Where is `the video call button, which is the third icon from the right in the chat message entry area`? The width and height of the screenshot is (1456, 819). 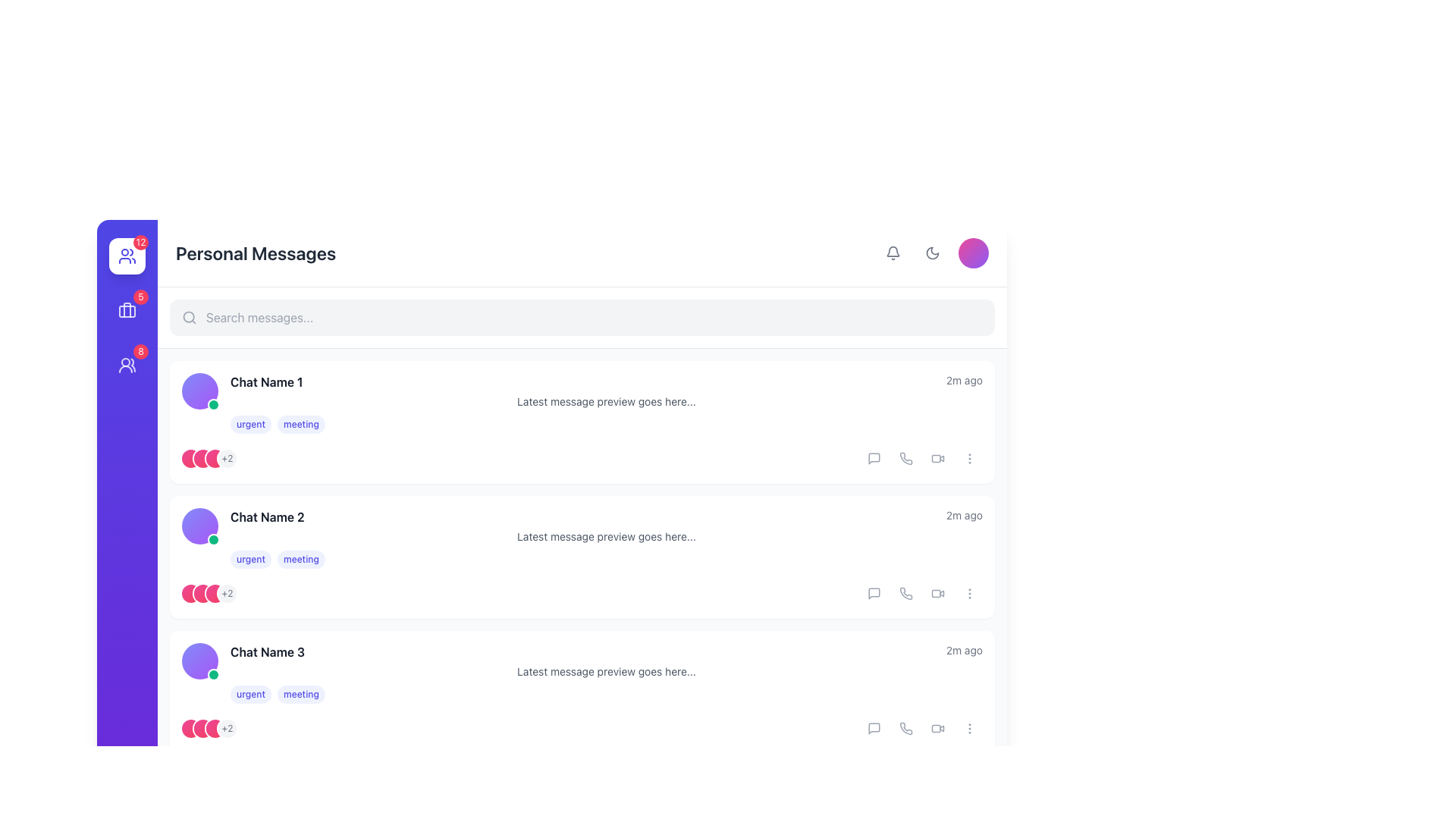 the video call button, which is the third icon from the right in the chat message entry area is located at coordinates (937, 458).